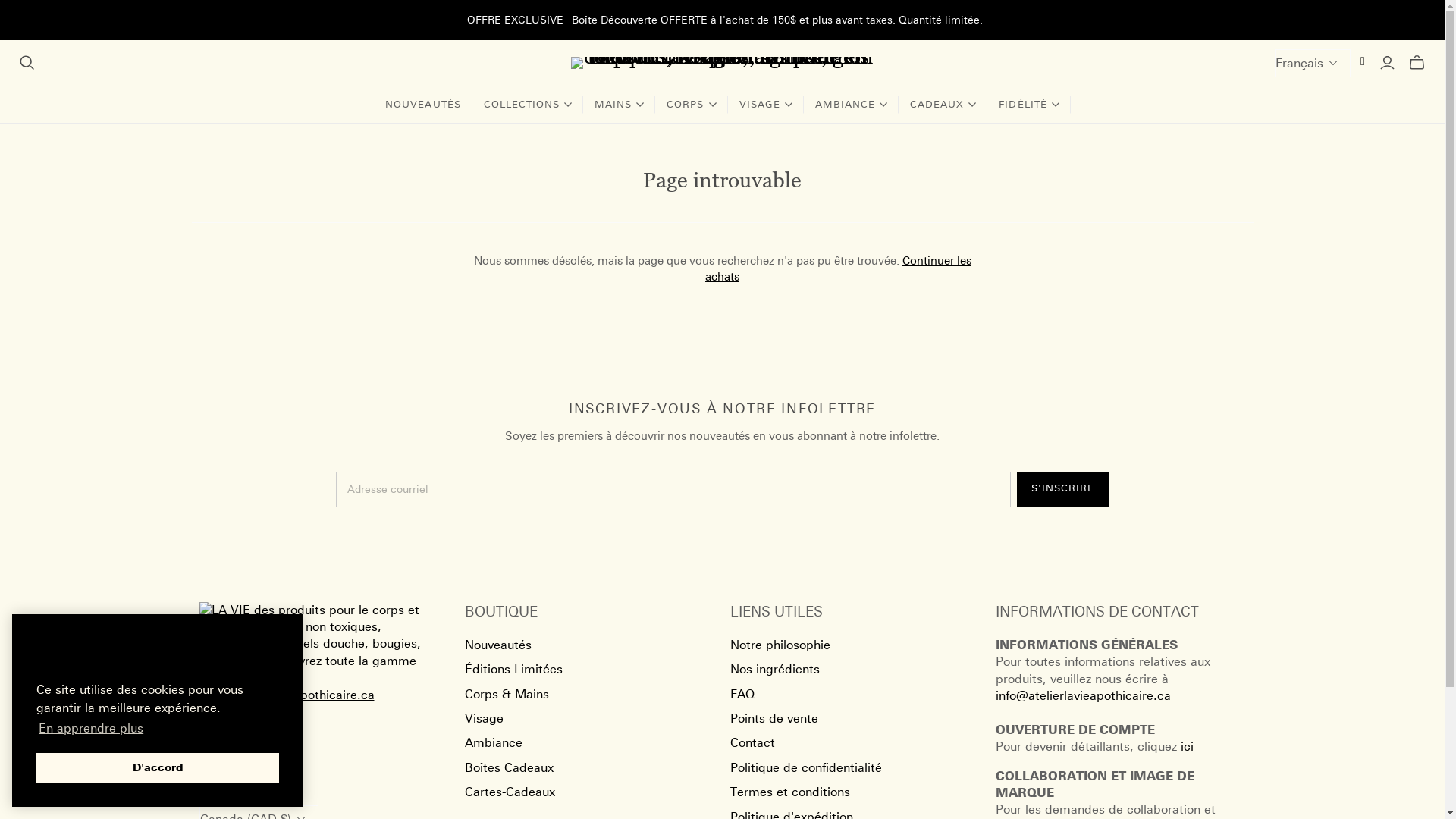  Describe the element at coordinates (779, 645) in the screenshot. I see `'Notre philosophie'` at that location.